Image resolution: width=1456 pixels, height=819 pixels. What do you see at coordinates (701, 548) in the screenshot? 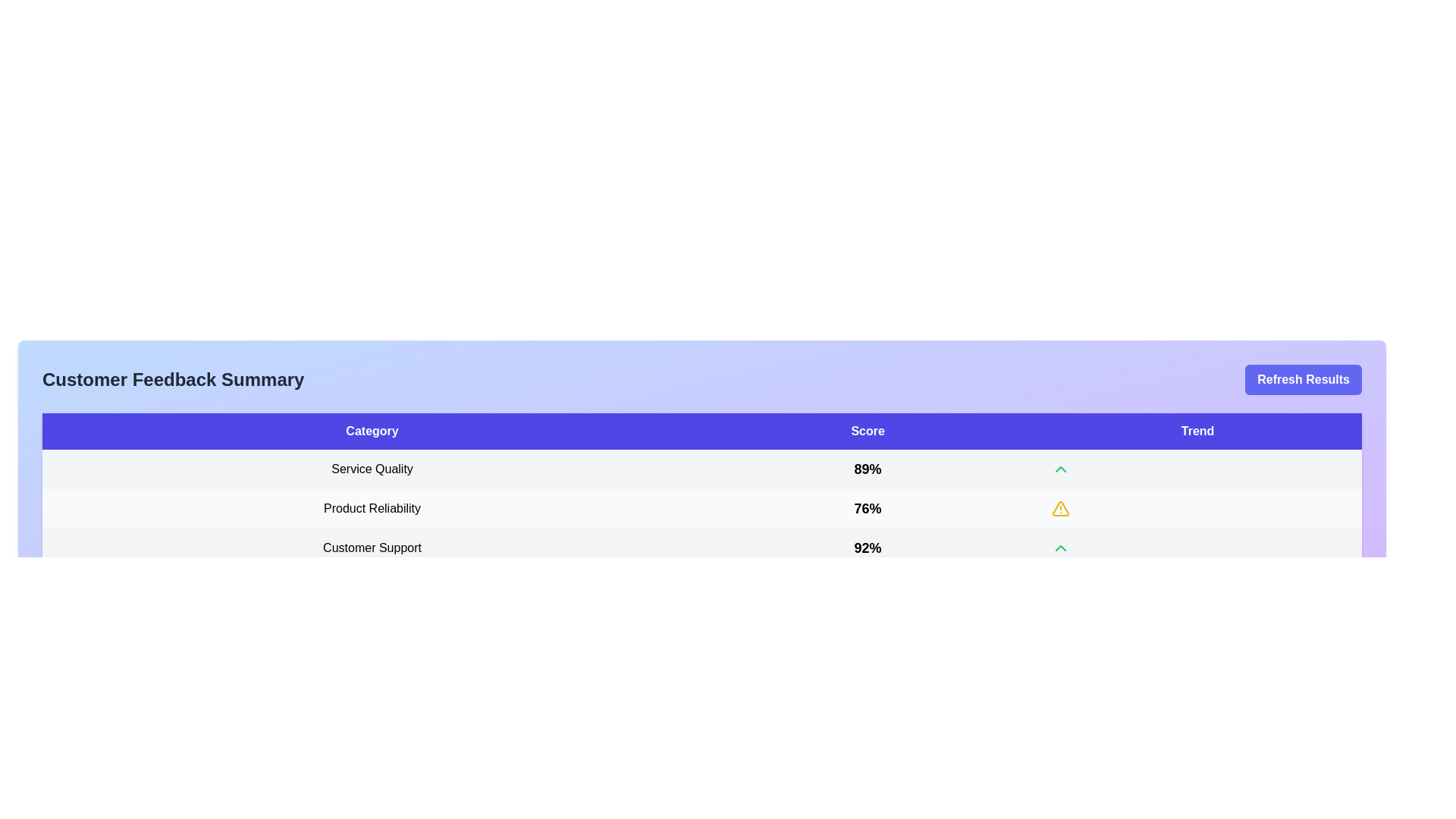
I see `the row corresponding to Customer Support to highlight it` at bounding box center [701, 548].